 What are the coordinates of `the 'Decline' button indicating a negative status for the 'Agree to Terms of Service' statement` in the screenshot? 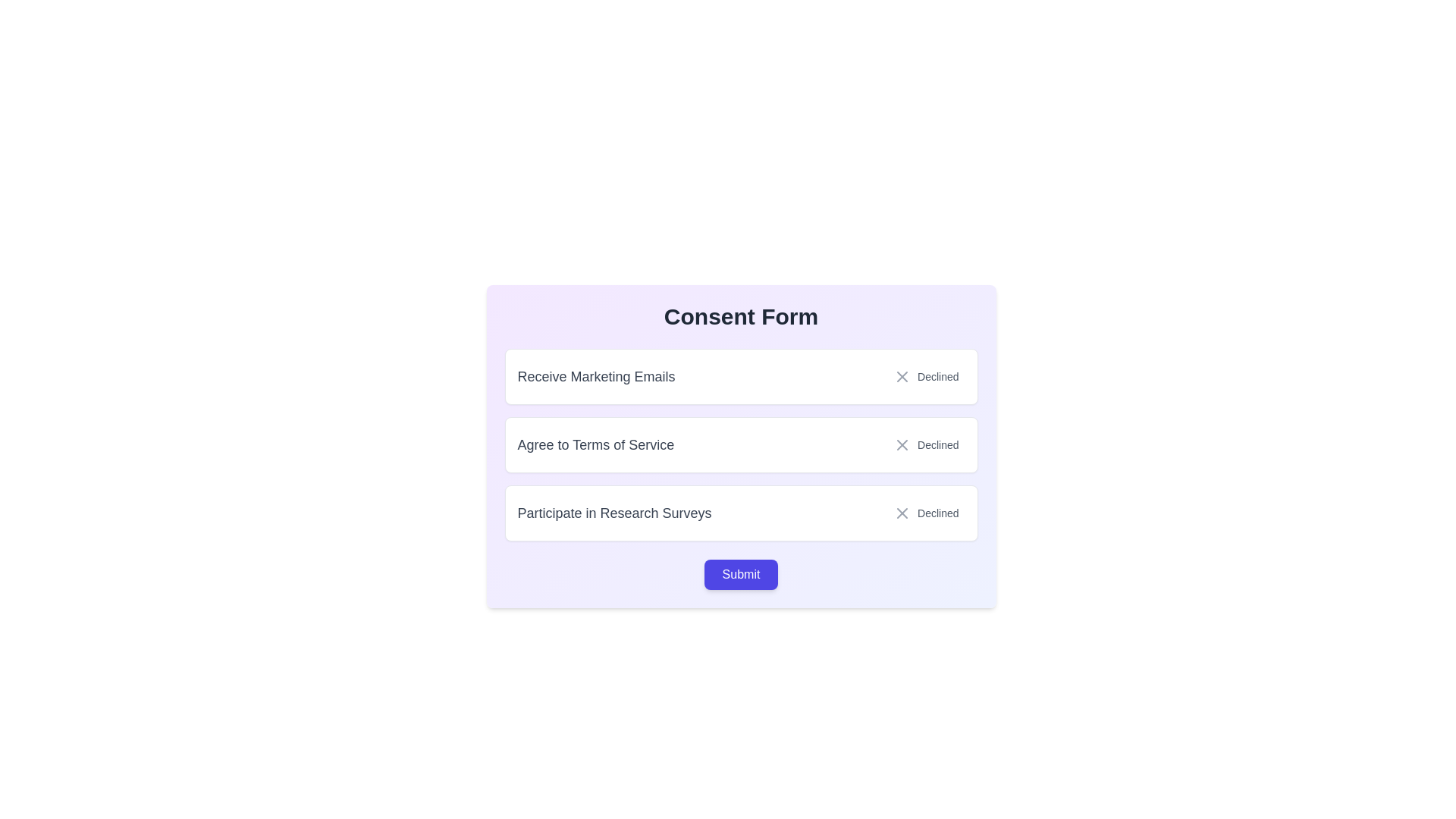 It's located at (925, 444).